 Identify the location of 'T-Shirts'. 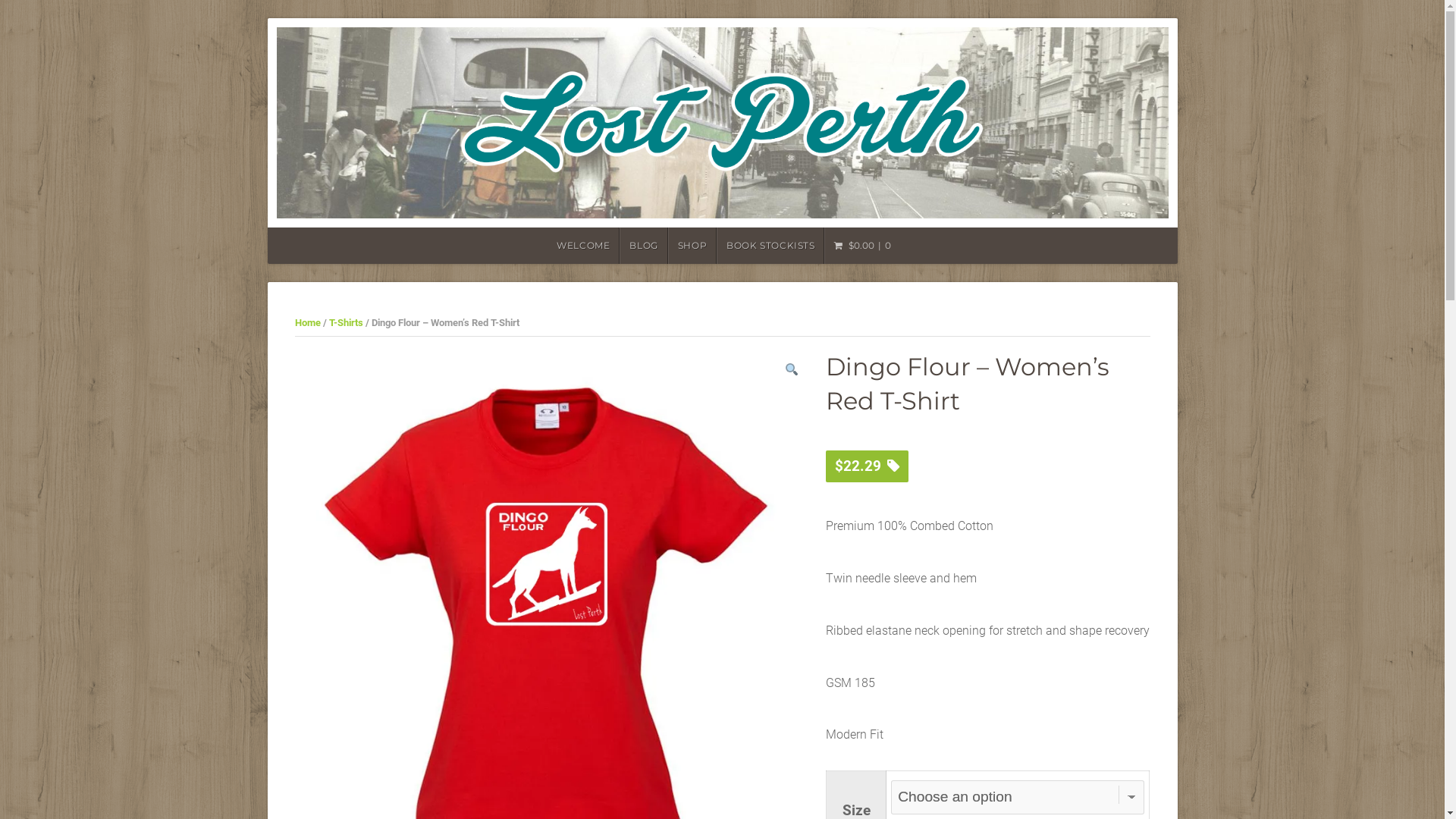
(345, 322).